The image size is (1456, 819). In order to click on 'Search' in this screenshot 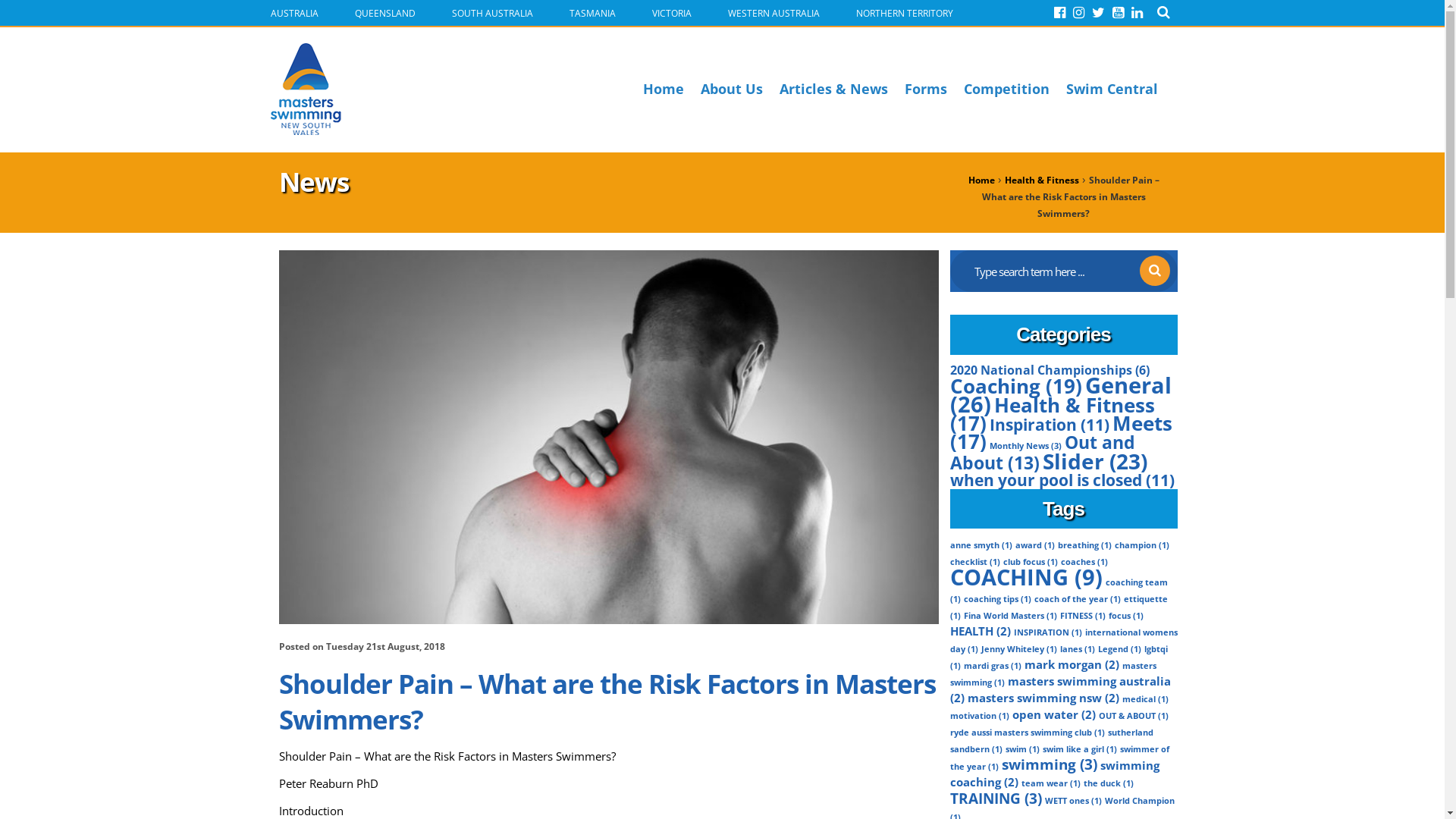, I will do `click(1163, 12)`.